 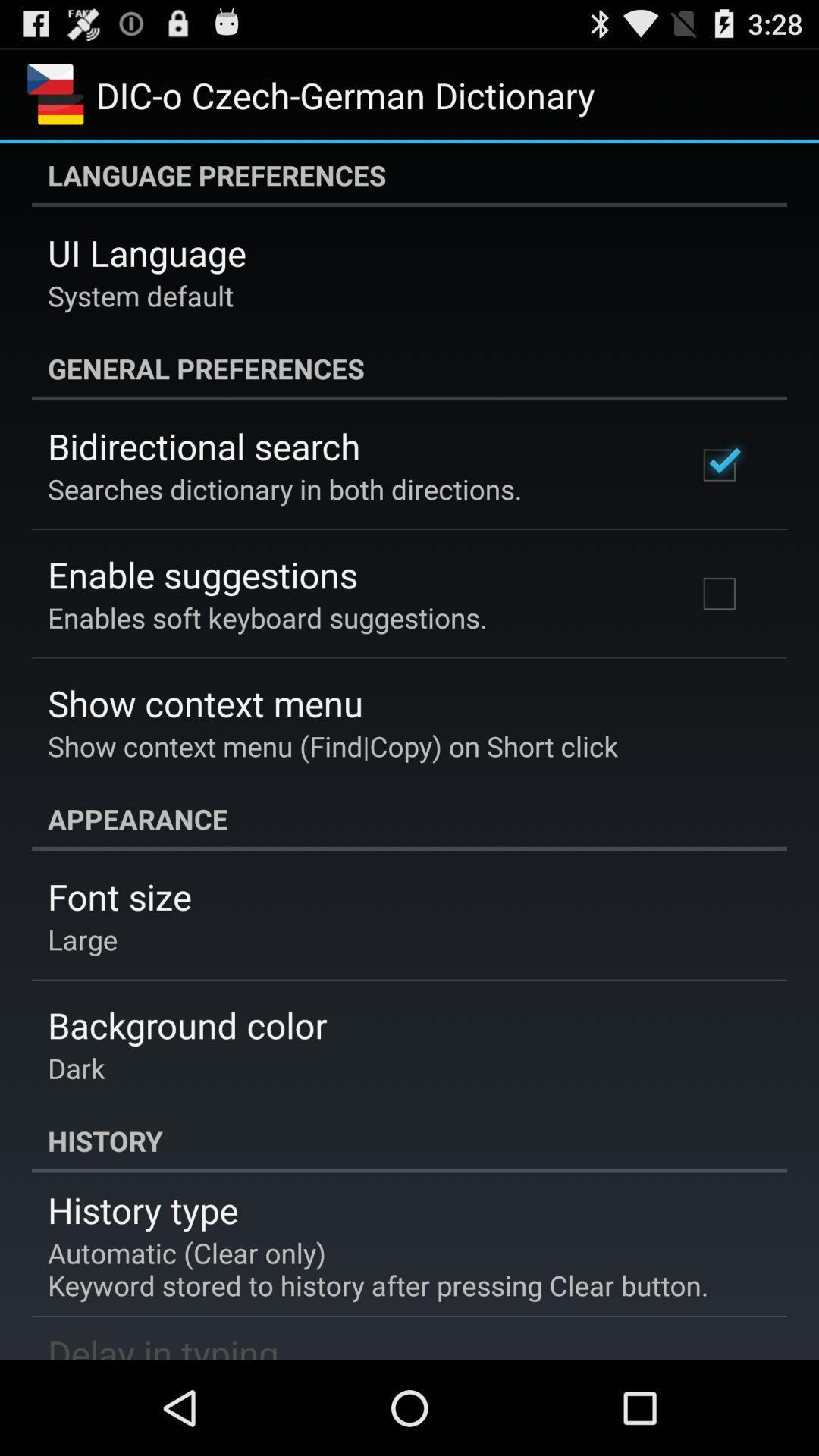 I want to click on the app below the enable suggestions app, so click(x=266, y=617).